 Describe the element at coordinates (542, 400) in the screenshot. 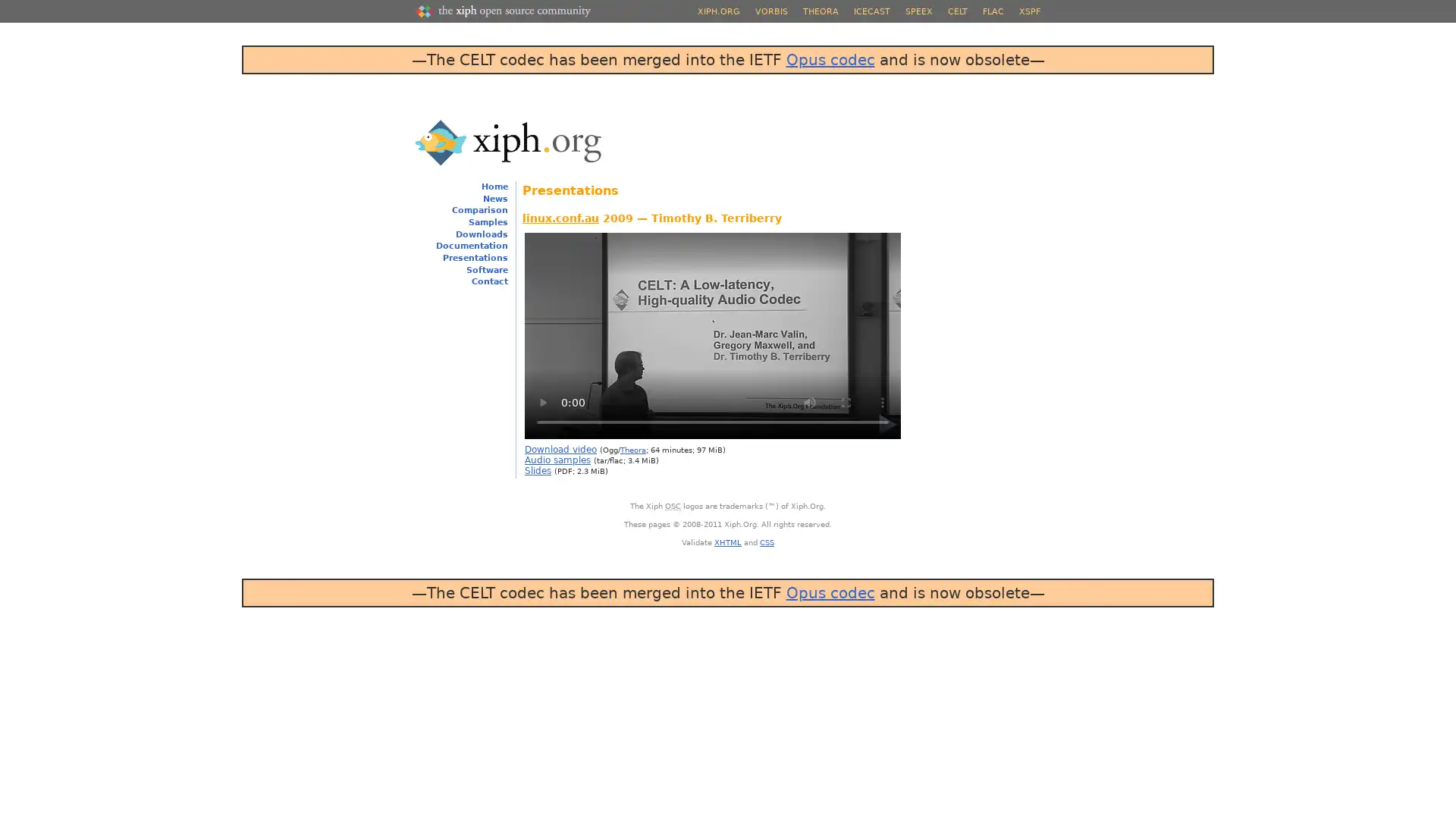

I see `play` at that location.